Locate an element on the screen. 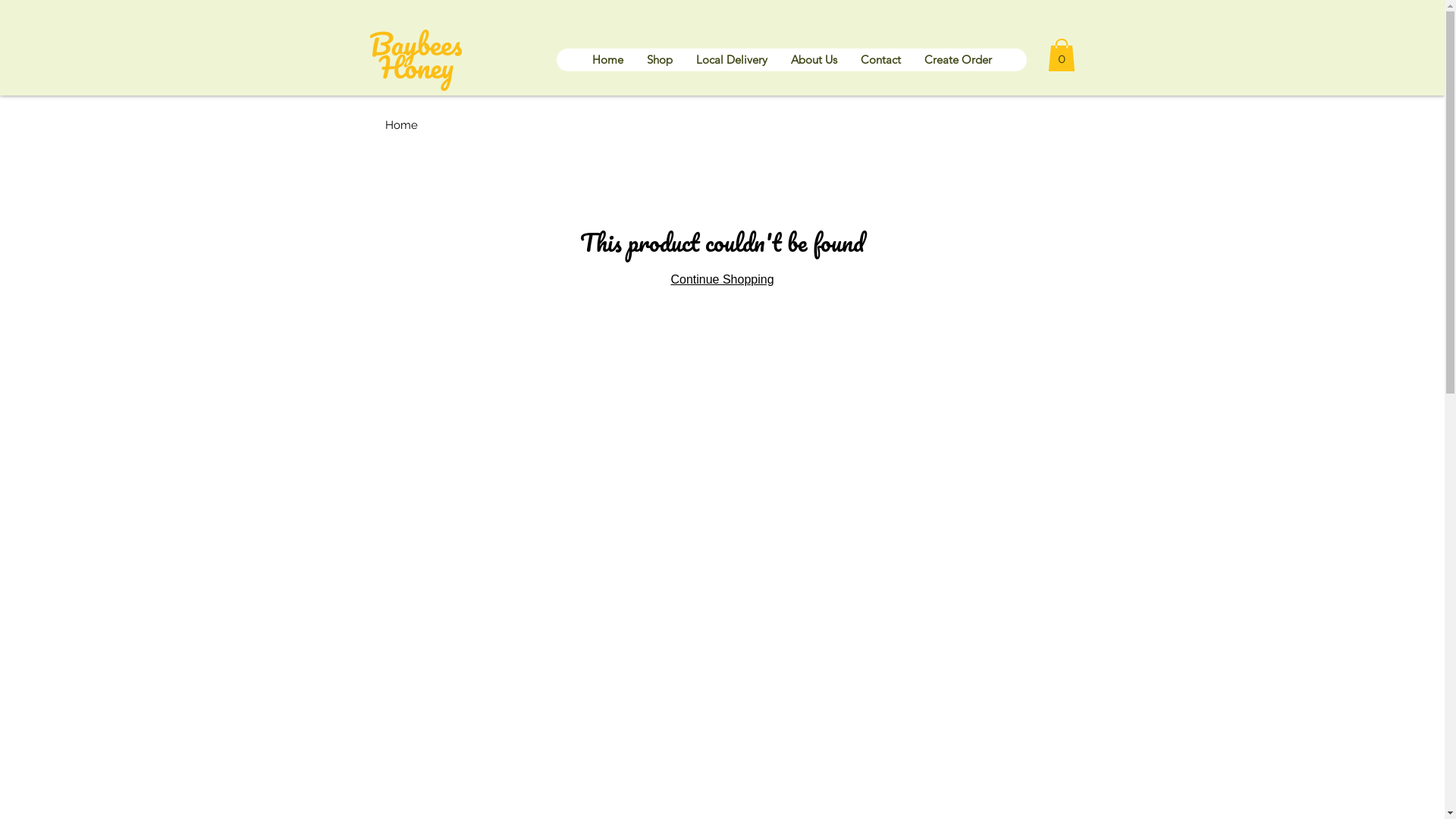 The image size is (1456, 819). 'Shop' is located at coordinates (658, 58).